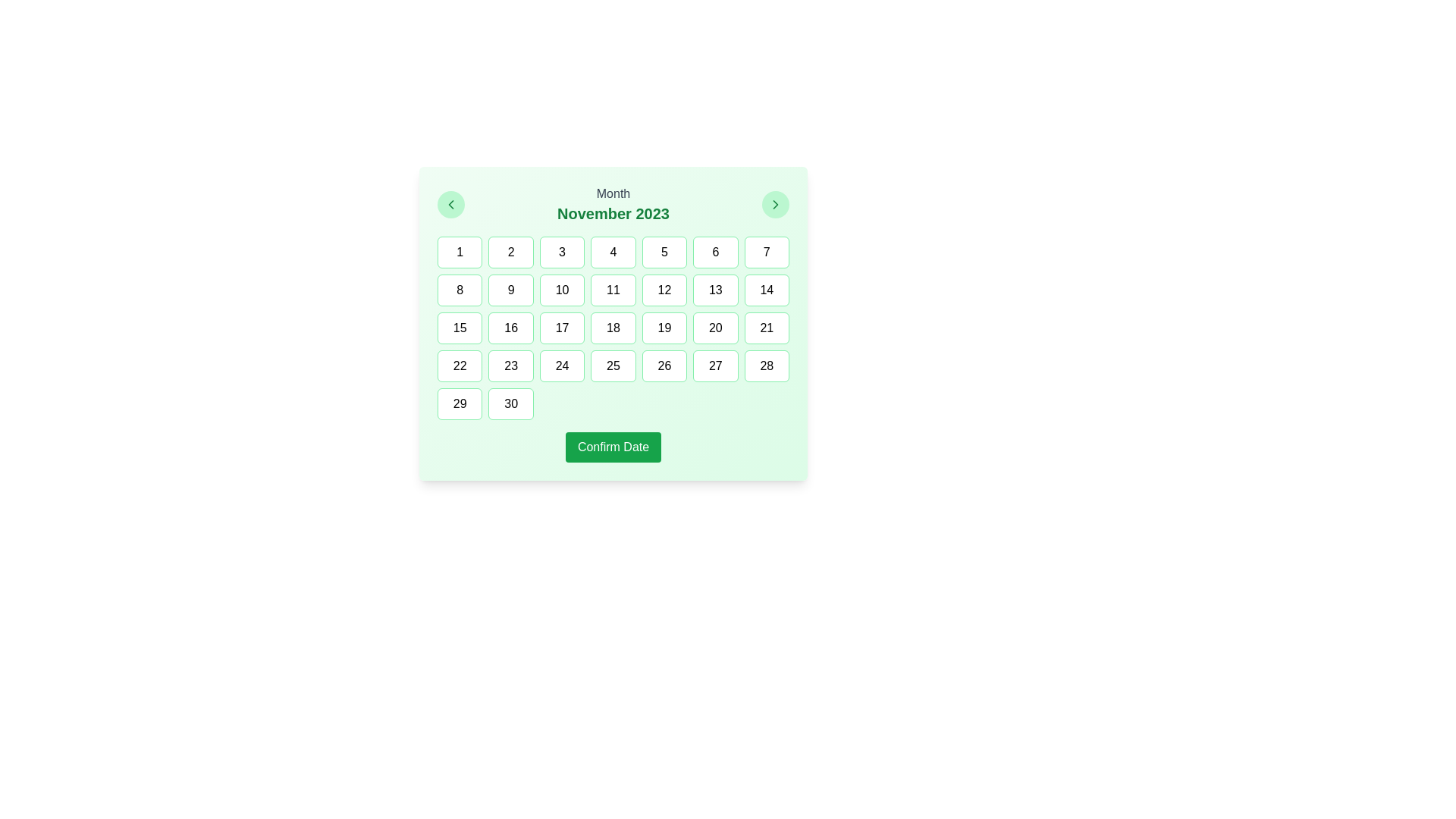 The image size is (1456, 819). What do you see at coordinates (561, 366) in the screenshot?
I see `the rectangular button with rounded corners that displays the number '24' in black, located in the fifth row and third column of the calendar grid` at bounding box center [561, 366].